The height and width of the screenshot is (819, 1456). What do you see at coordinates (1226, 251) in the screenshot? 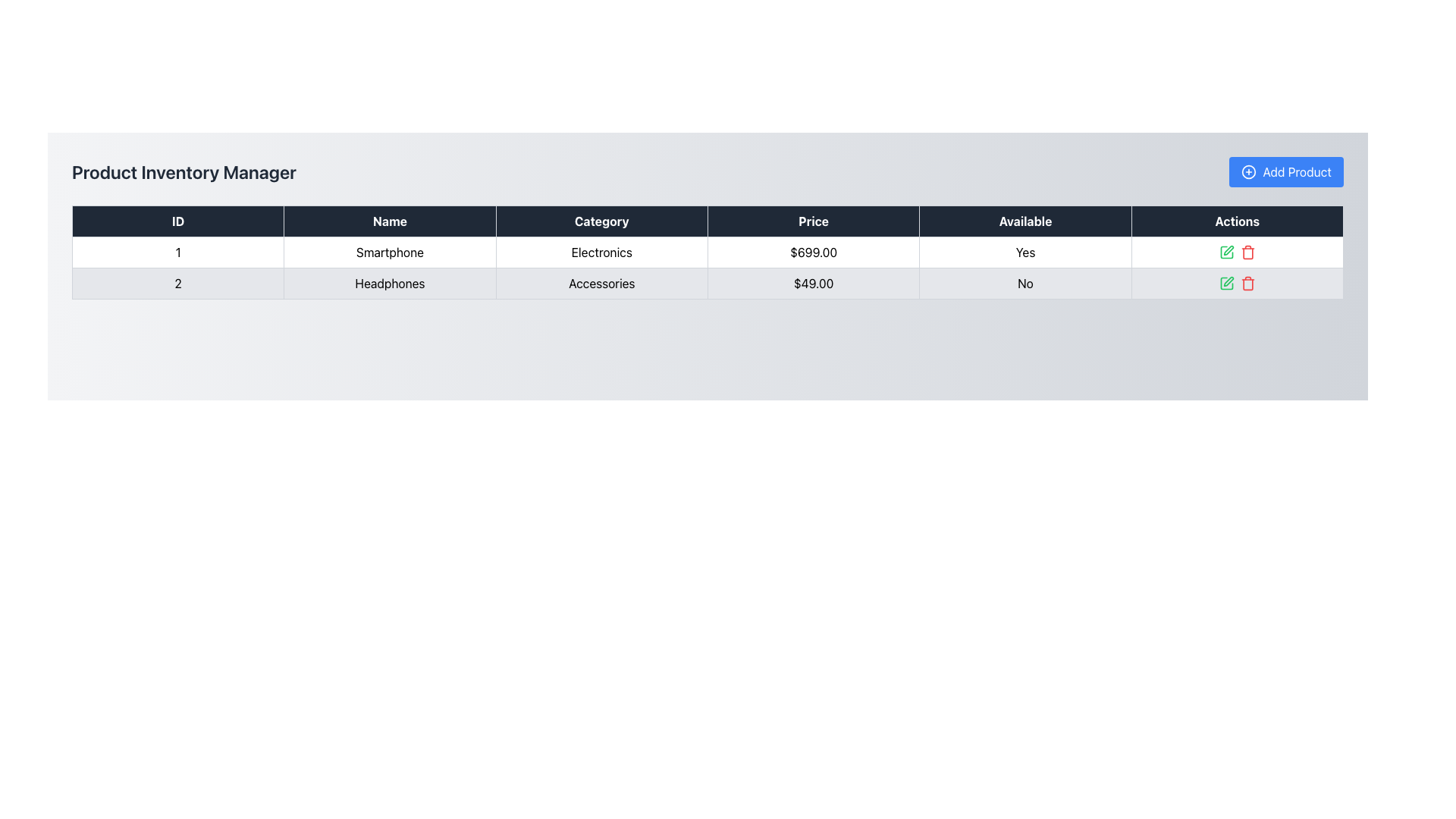
I see `the green pencil icon in the 'Actions' column of the second row of the table` at bounding box center [1226, 251].